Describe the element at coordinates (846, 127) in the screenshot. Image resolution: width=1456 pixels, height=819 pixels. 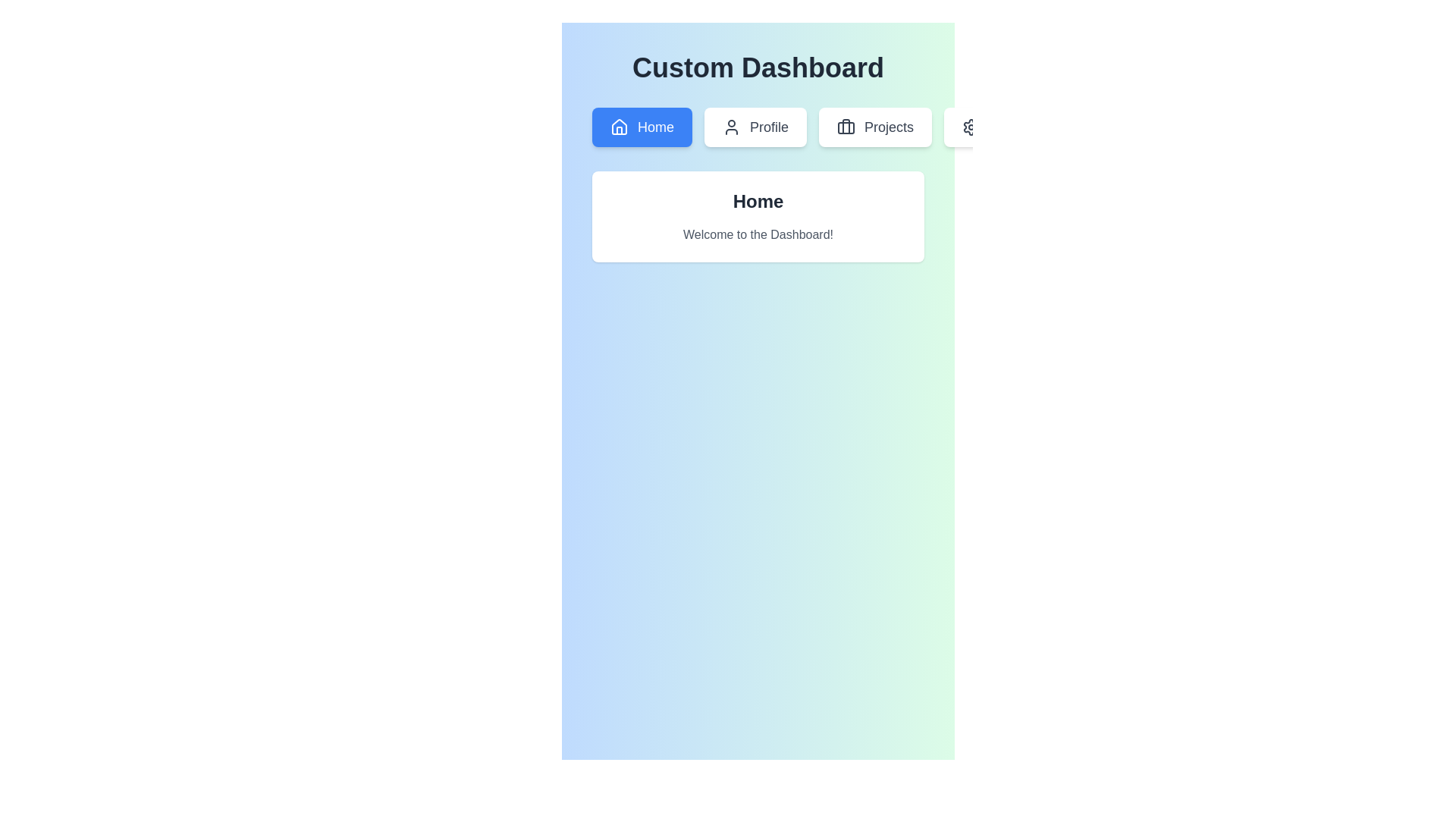
I see `the 'Projects' icon in the navigation bar` at that location.